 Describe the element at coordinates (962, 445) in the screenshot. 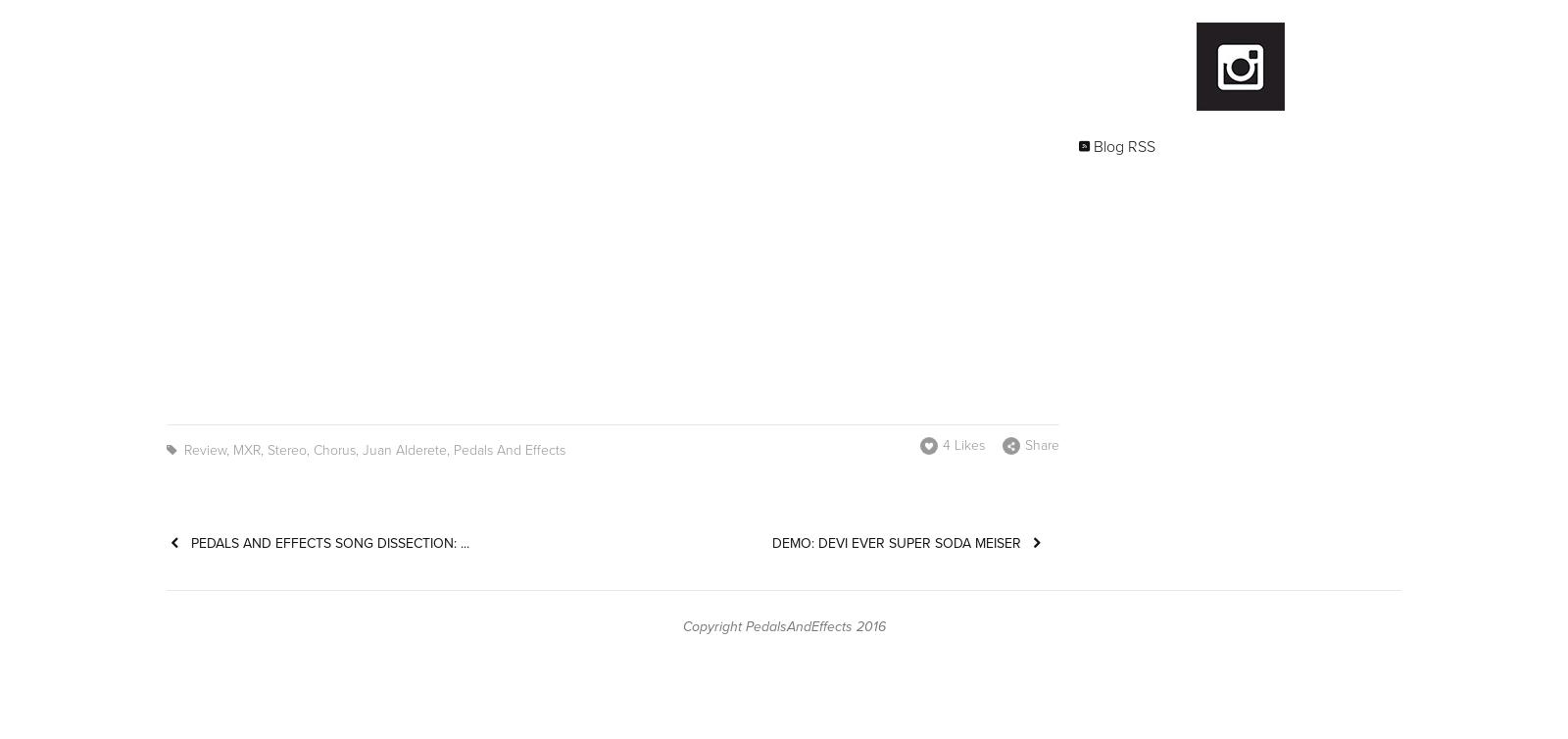

I see `'4 Likes'` at that location.